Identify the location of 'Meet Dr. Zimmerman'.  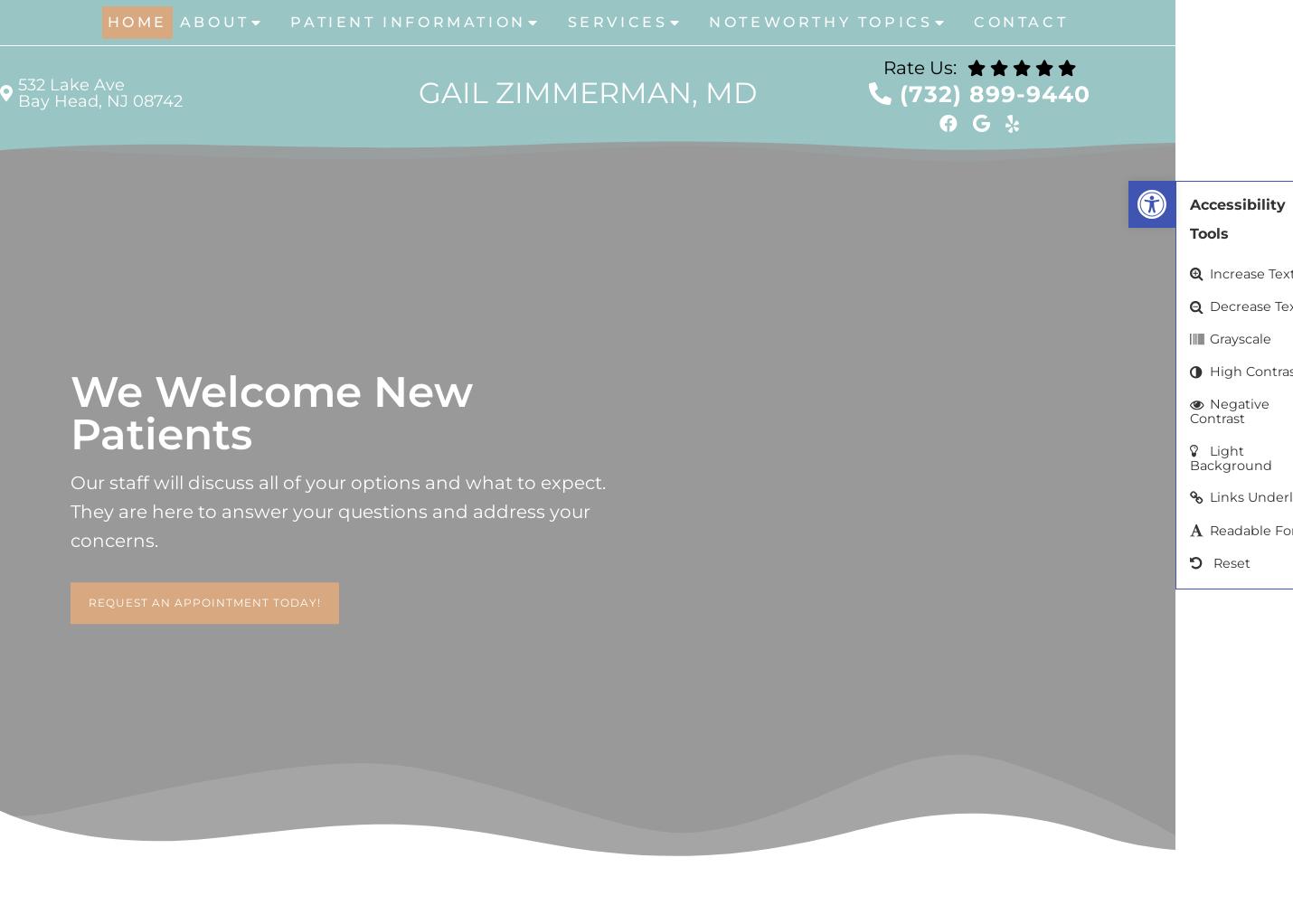
(240, 67).